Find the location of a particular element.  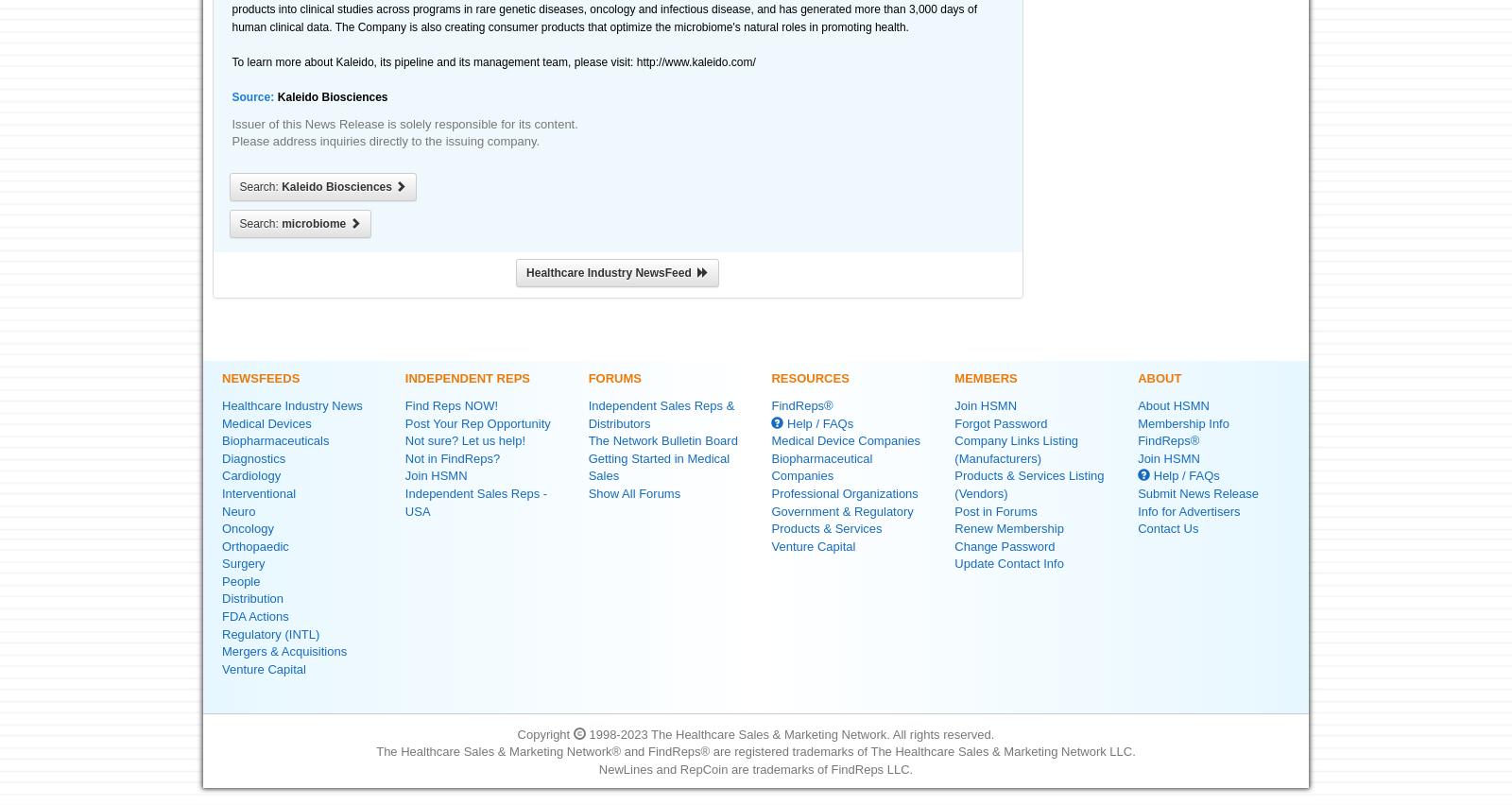

'Regulatory (INTL)' is located at coordinates (270, 632).